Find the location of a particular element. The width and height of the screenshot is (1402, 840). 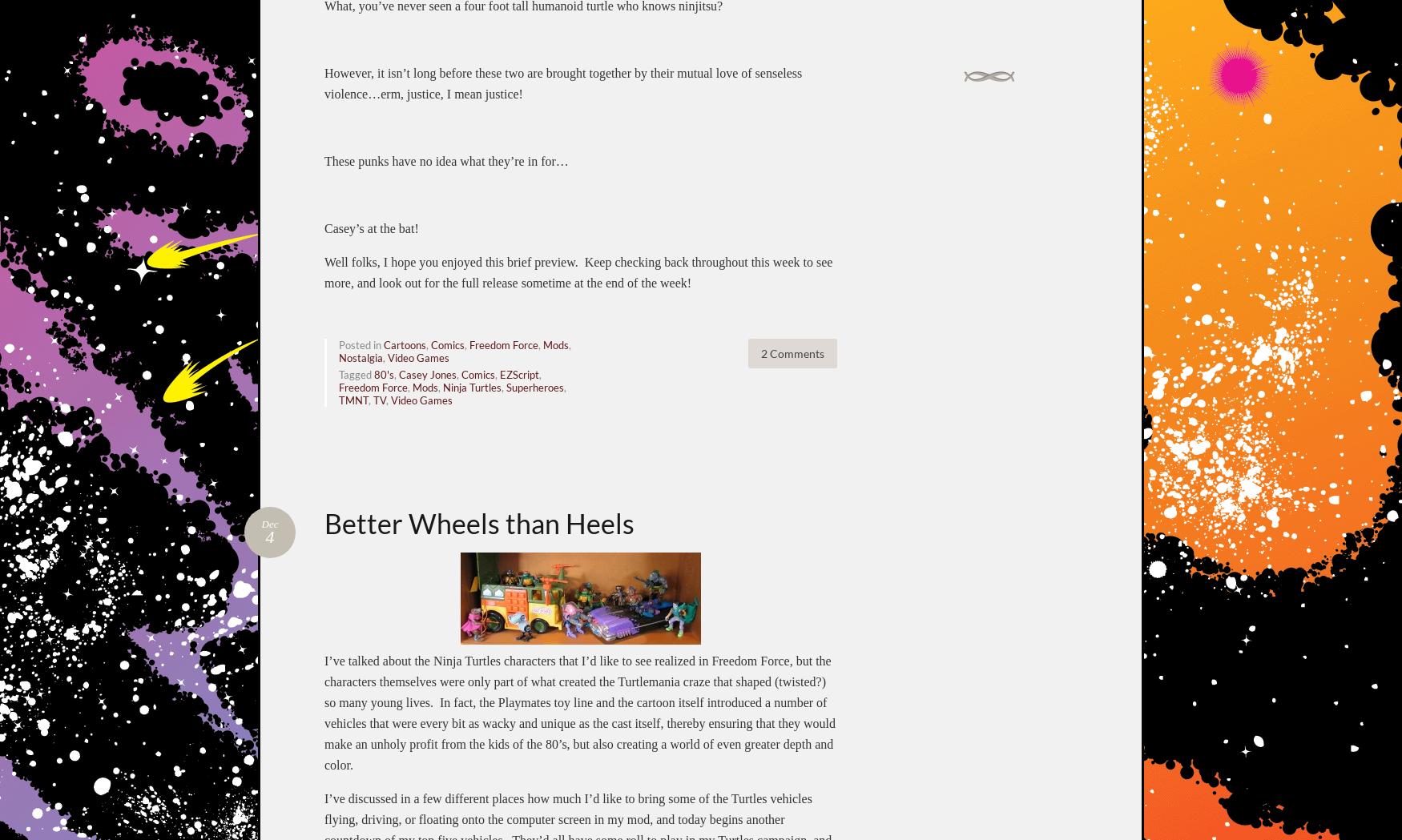

'TV' is located at coordinates (380, 399).